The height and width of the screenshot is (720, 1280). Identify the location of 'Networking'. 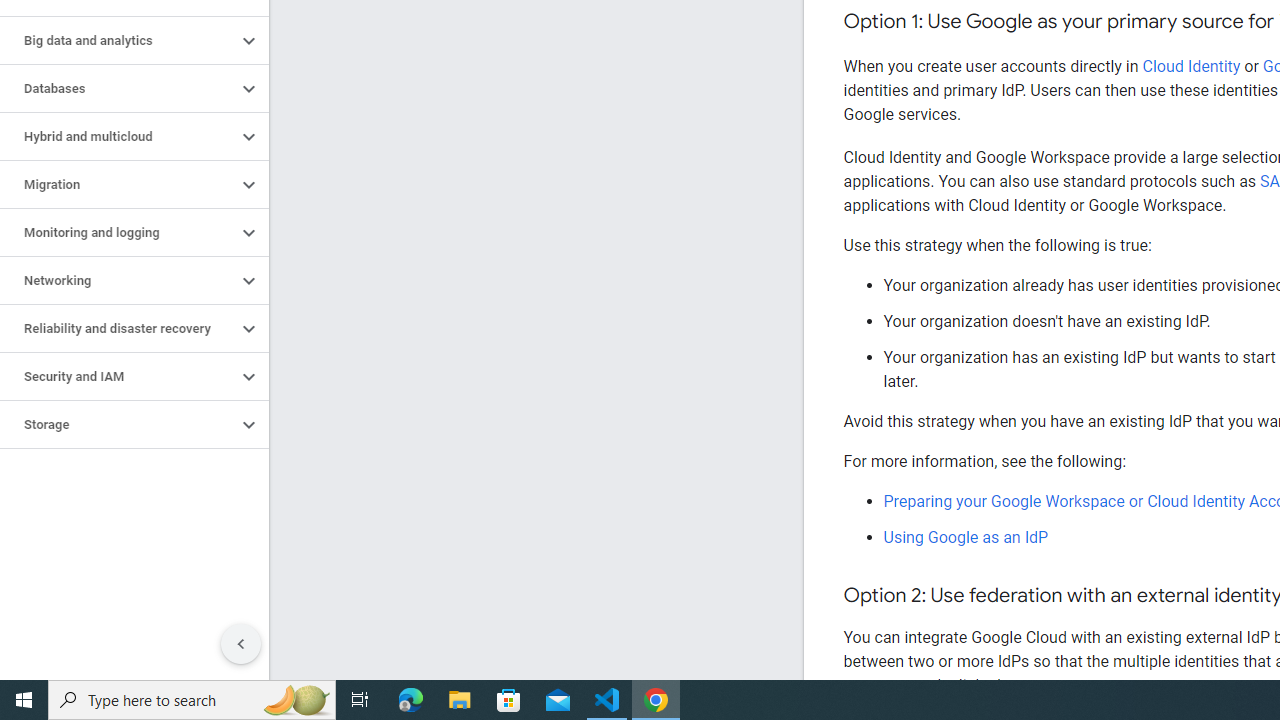
(117, 281).